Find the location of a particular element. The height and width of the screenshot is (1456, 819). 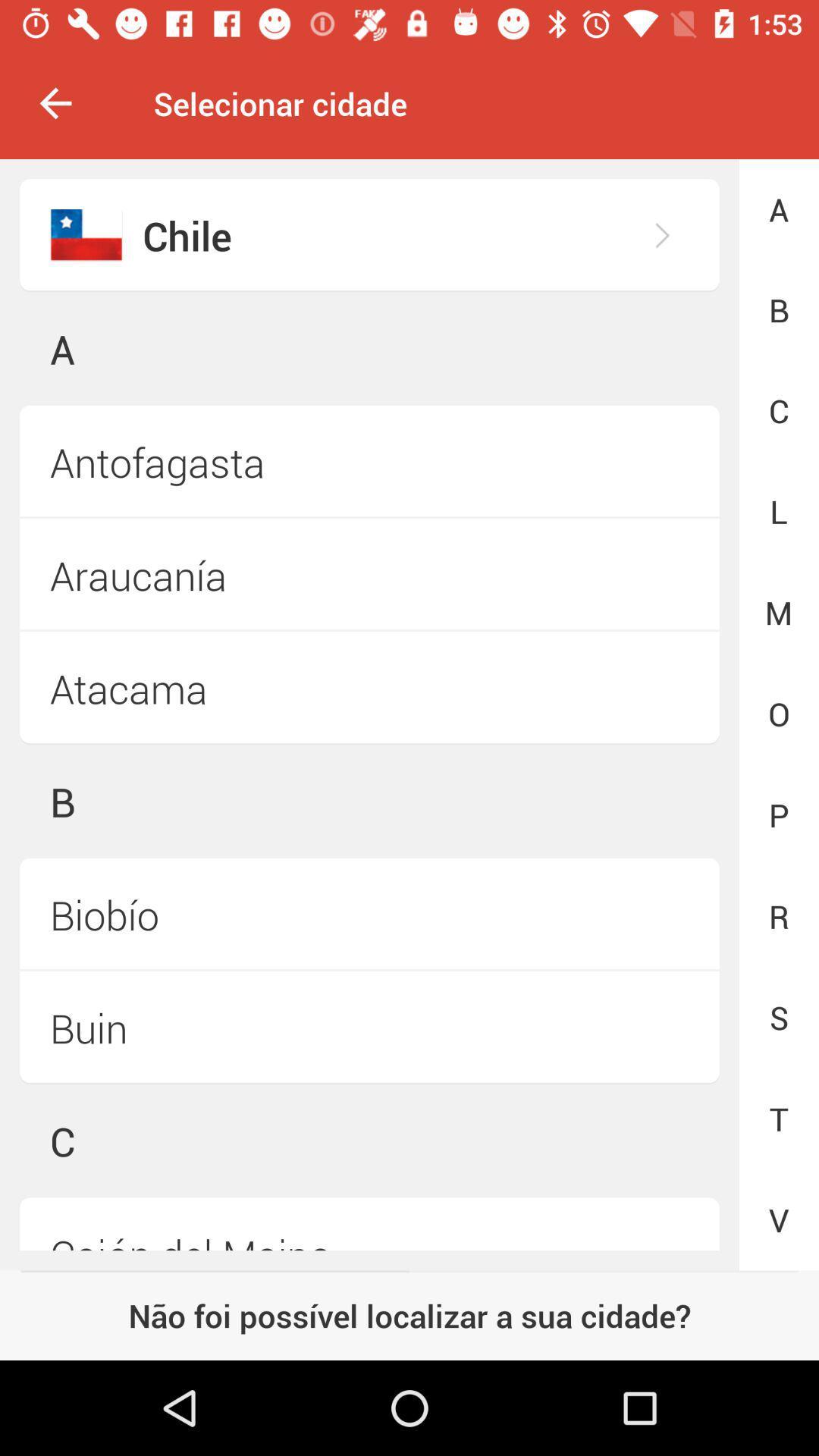

icon to the left of the m is located at coordinates (369, 574).